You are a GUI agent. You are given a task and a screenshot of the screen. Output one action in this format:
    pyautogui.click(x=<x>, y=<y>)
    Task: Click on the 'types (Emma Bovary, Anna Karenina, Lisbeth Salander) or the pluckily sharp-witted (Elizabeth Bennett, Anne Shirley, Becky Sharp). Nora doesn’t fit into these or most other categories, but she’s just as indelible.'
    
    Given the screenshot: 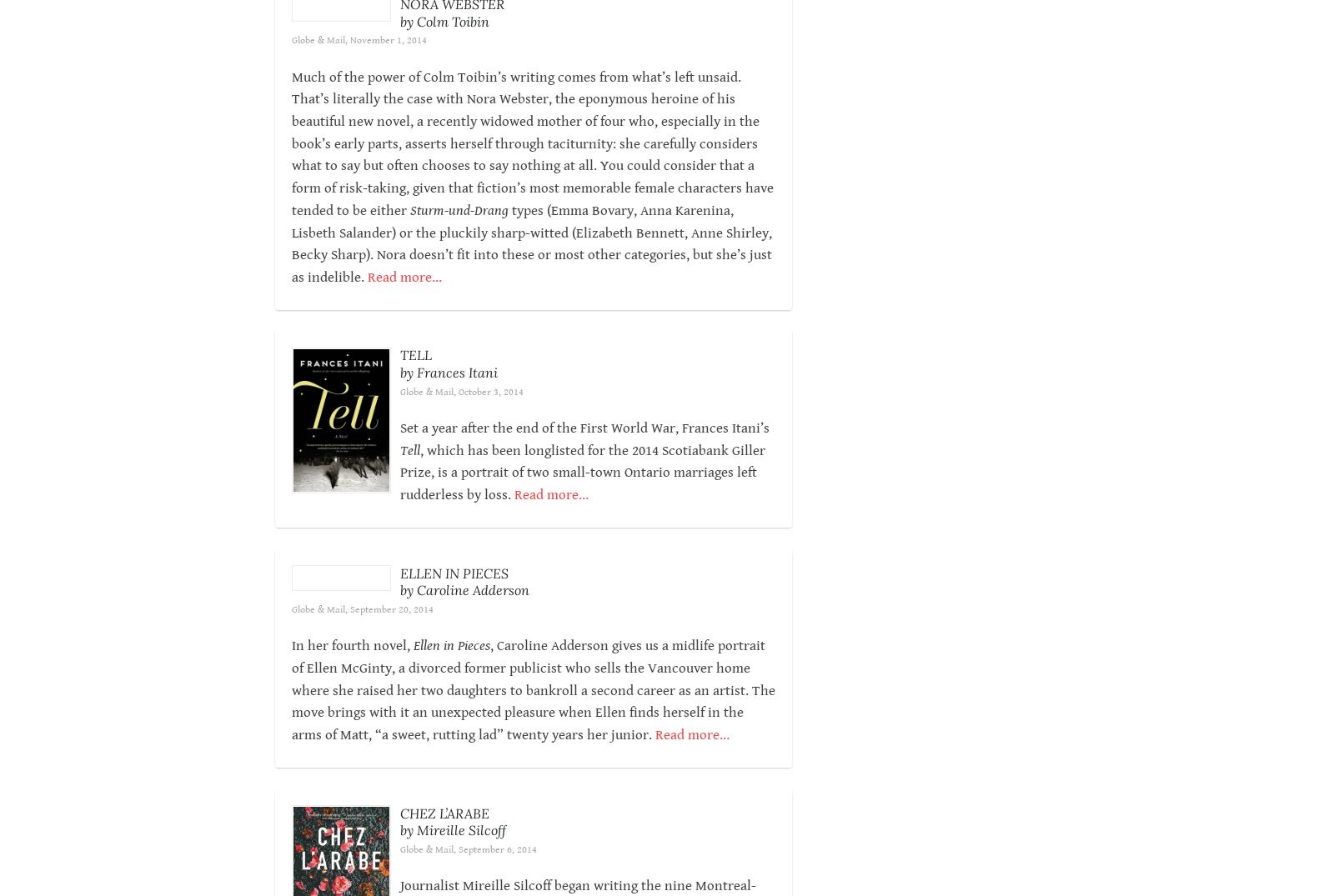 What is the action you would take?
    pyautogui.click(x=292, y=264)
    